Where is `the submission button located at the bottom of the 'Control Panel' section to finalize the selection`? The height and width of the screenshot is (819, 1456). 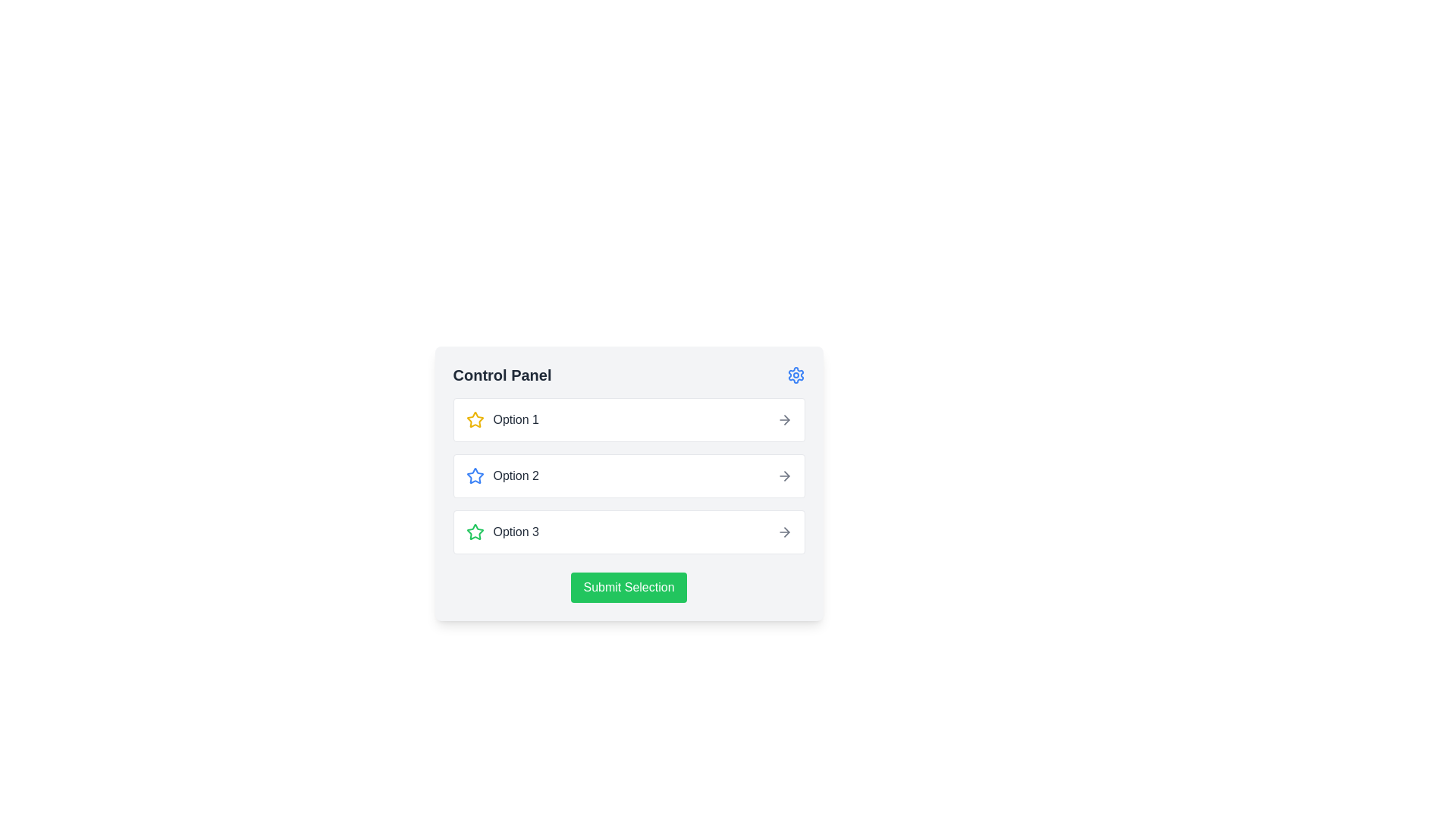
the submission button located at the bottom of the 'Control Panel' section to finalize the selection is located at coordinates (629, 587).